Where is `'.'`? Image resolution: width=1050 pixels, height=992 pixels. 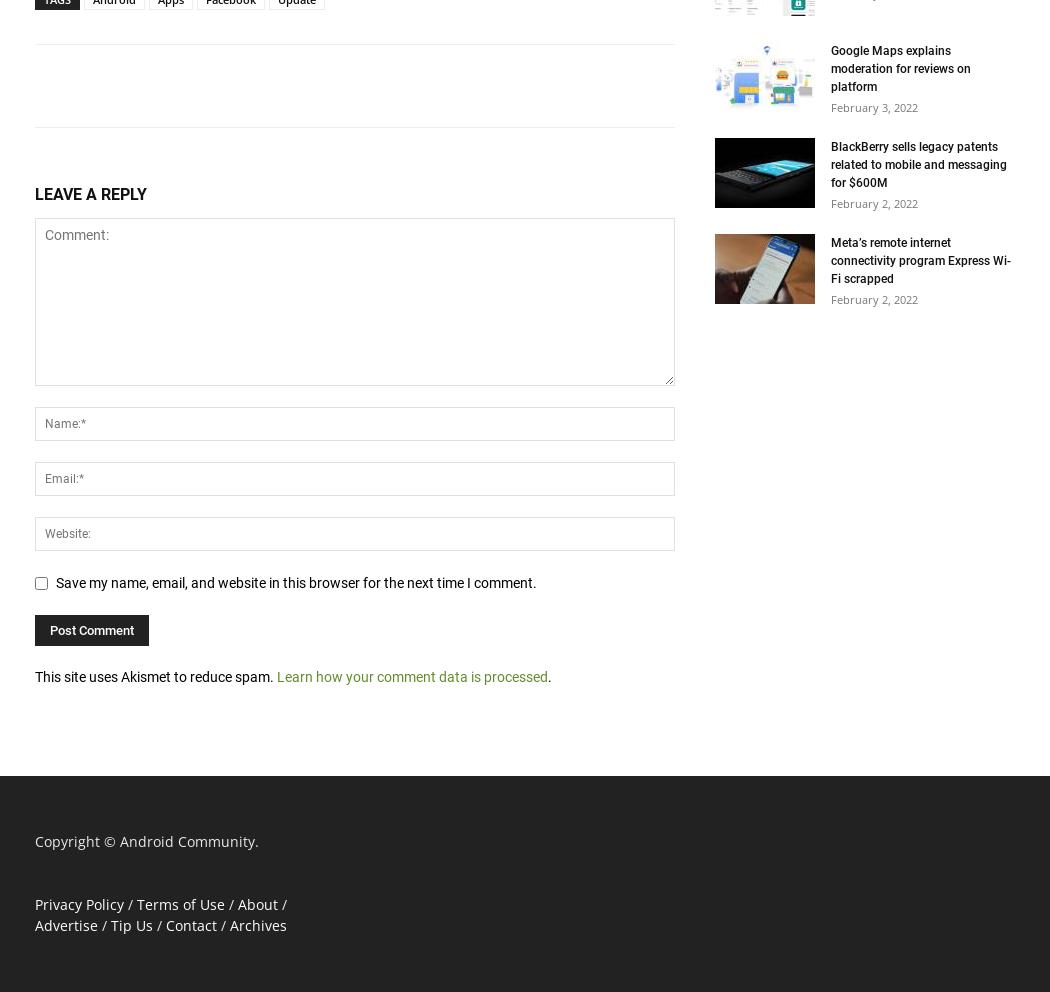 '.' is located at coordinates (549, 675).